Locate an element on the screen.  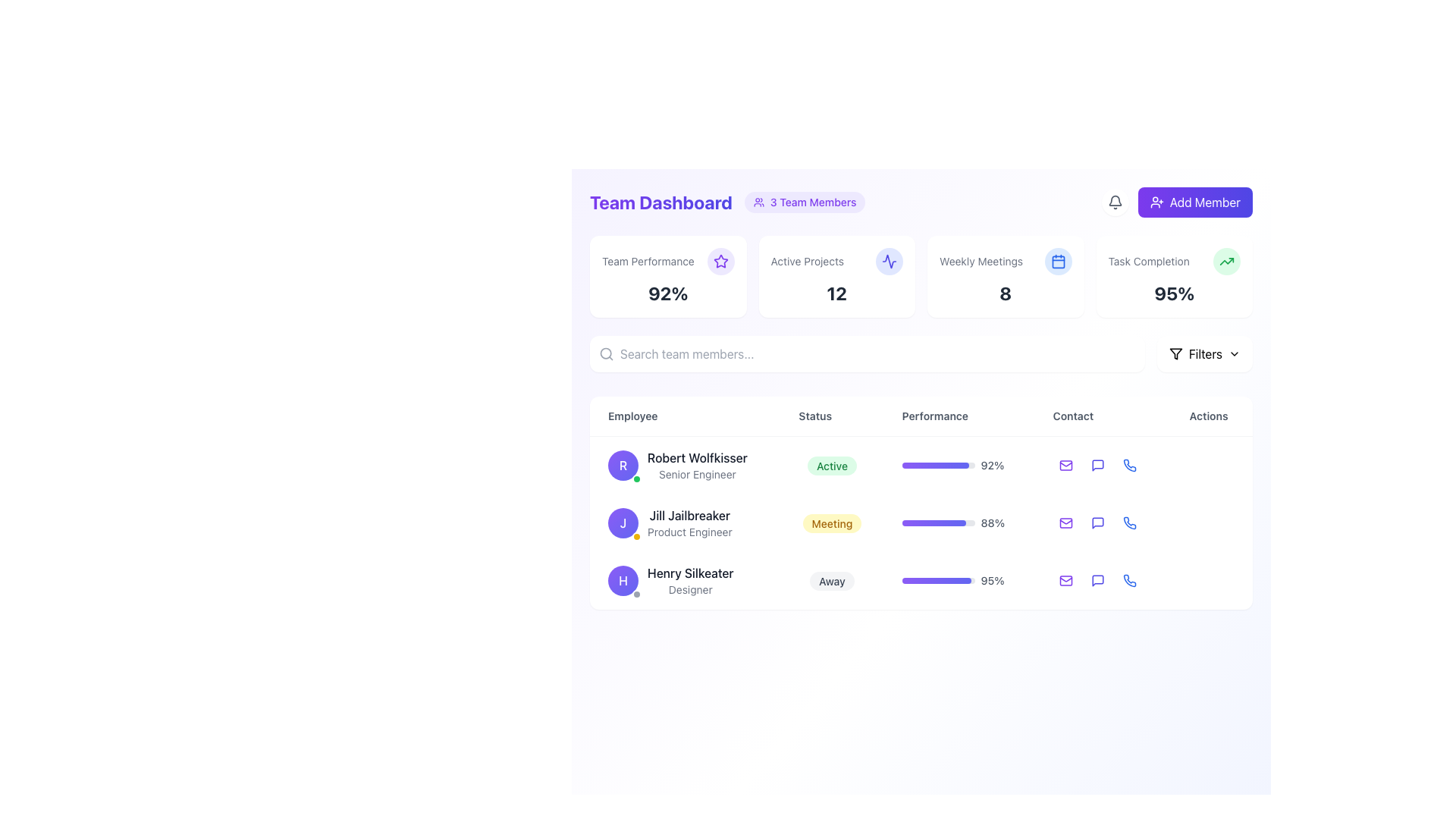
the text label 'Robert Wolfkisser' in the 'Employee' table on the 'Team Dashboard' interface is located at coordinates (696, 457).